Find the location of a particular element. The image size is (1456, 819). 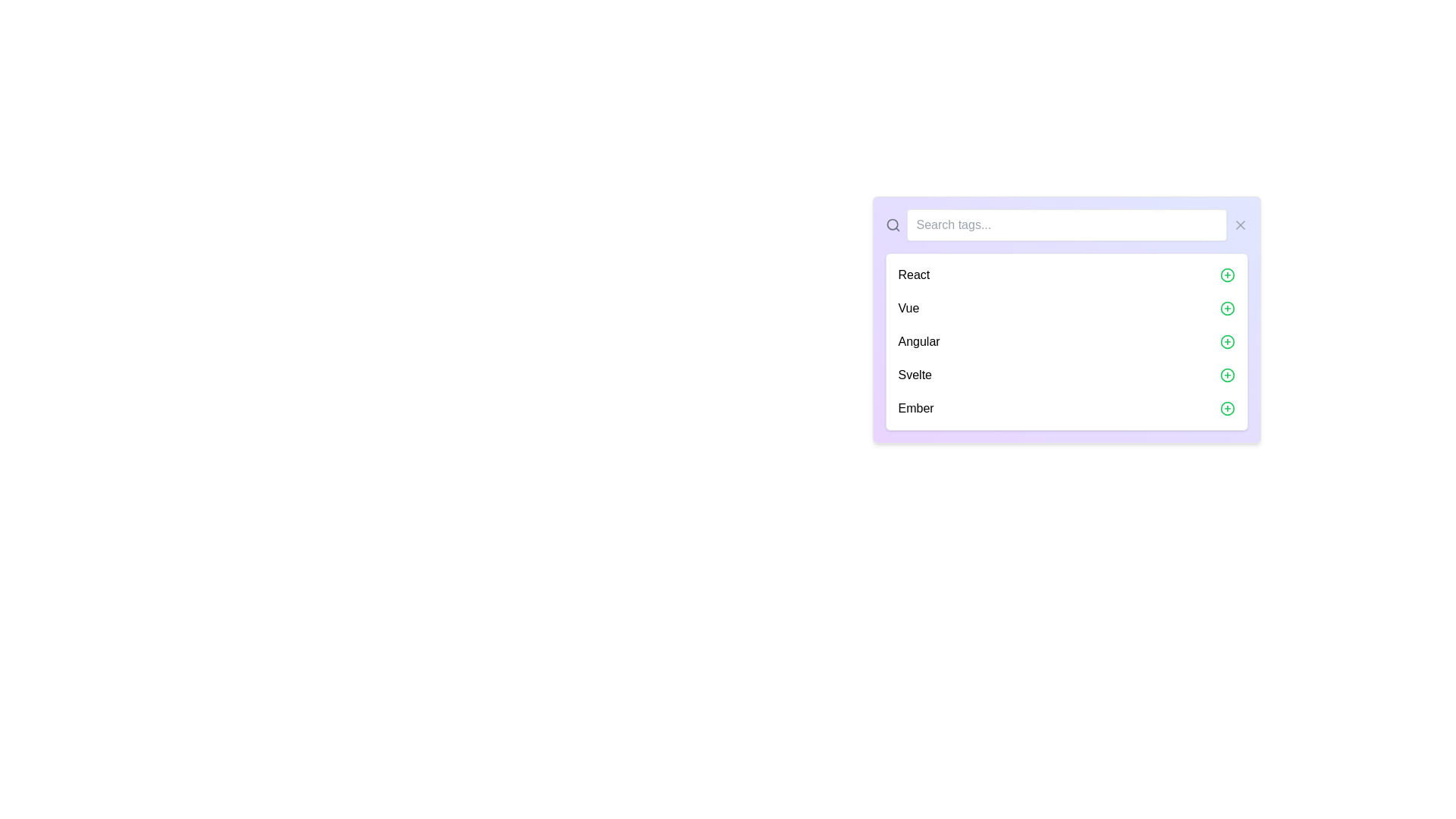

the circular '+' icon with a green outline located at the rightmost side of the 'Svelte' row in the vertical list of options is located at coordinates (1227, 375).